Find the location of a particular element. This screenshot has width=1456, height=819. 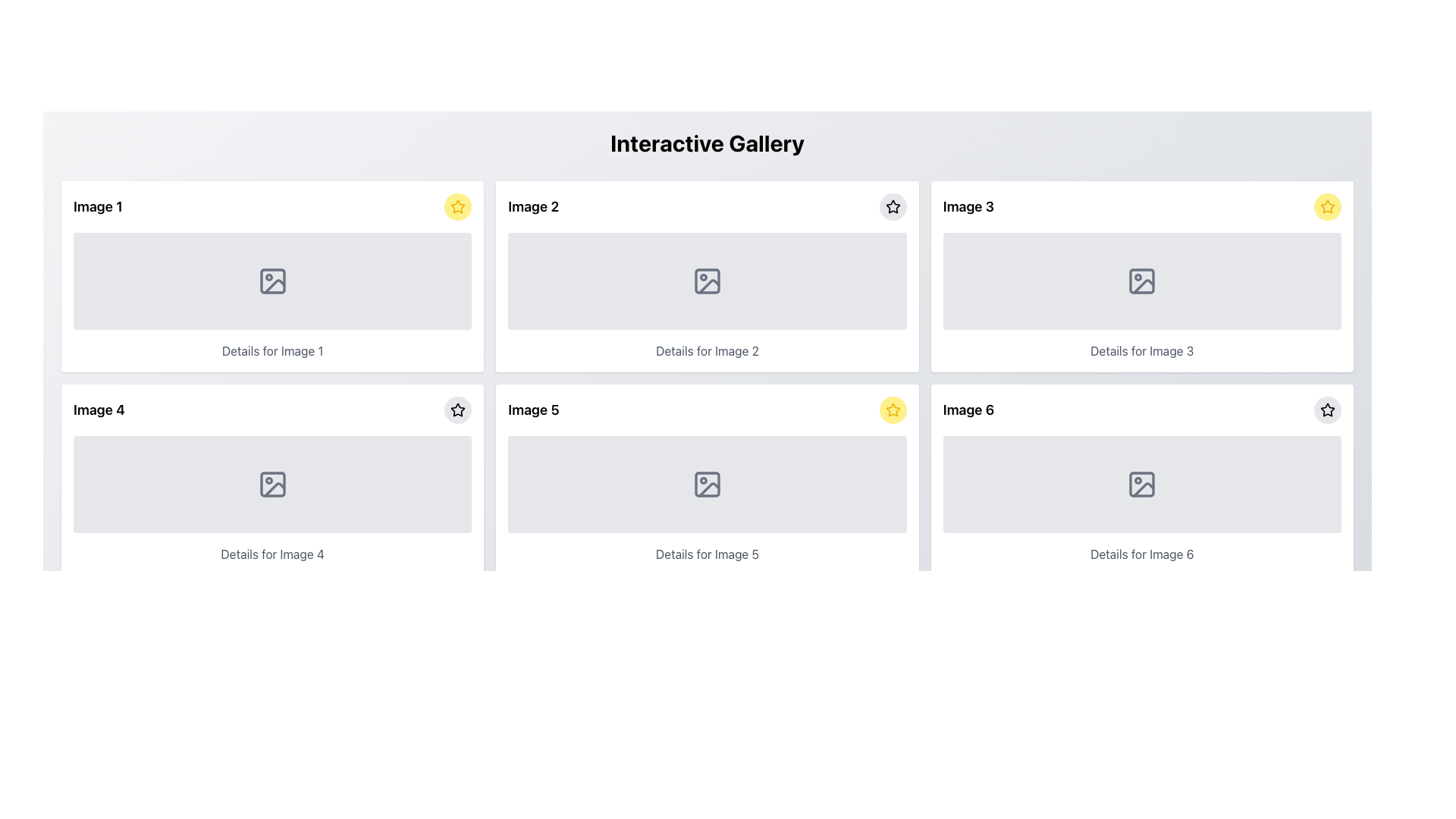

the circular yellow button with a bold star icon in the top-right corner of the 'Image 3' card header is located at coordinates (1327, 207).